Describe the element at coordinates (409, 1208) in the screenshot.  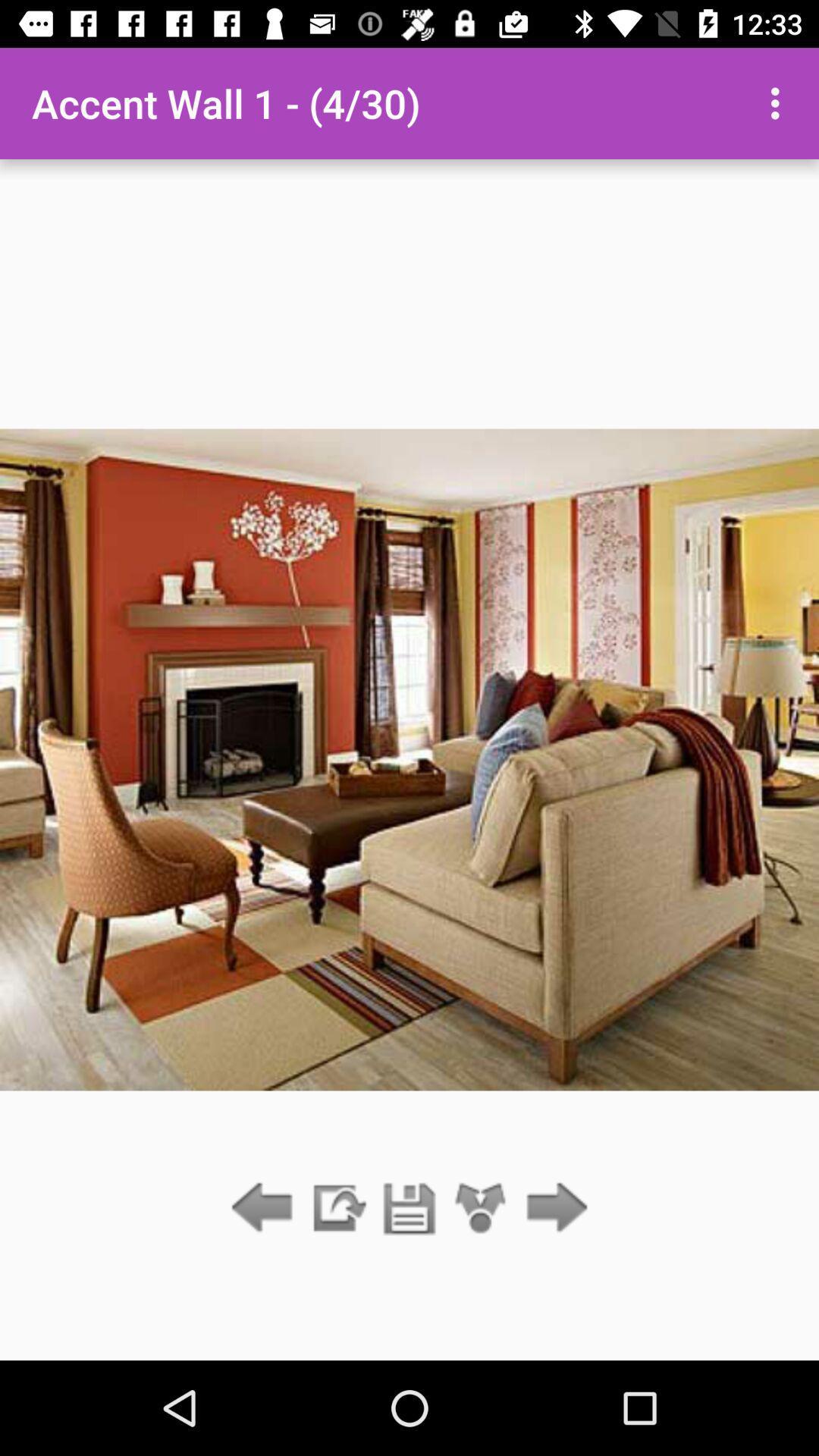
I see `the save icon` at that location.